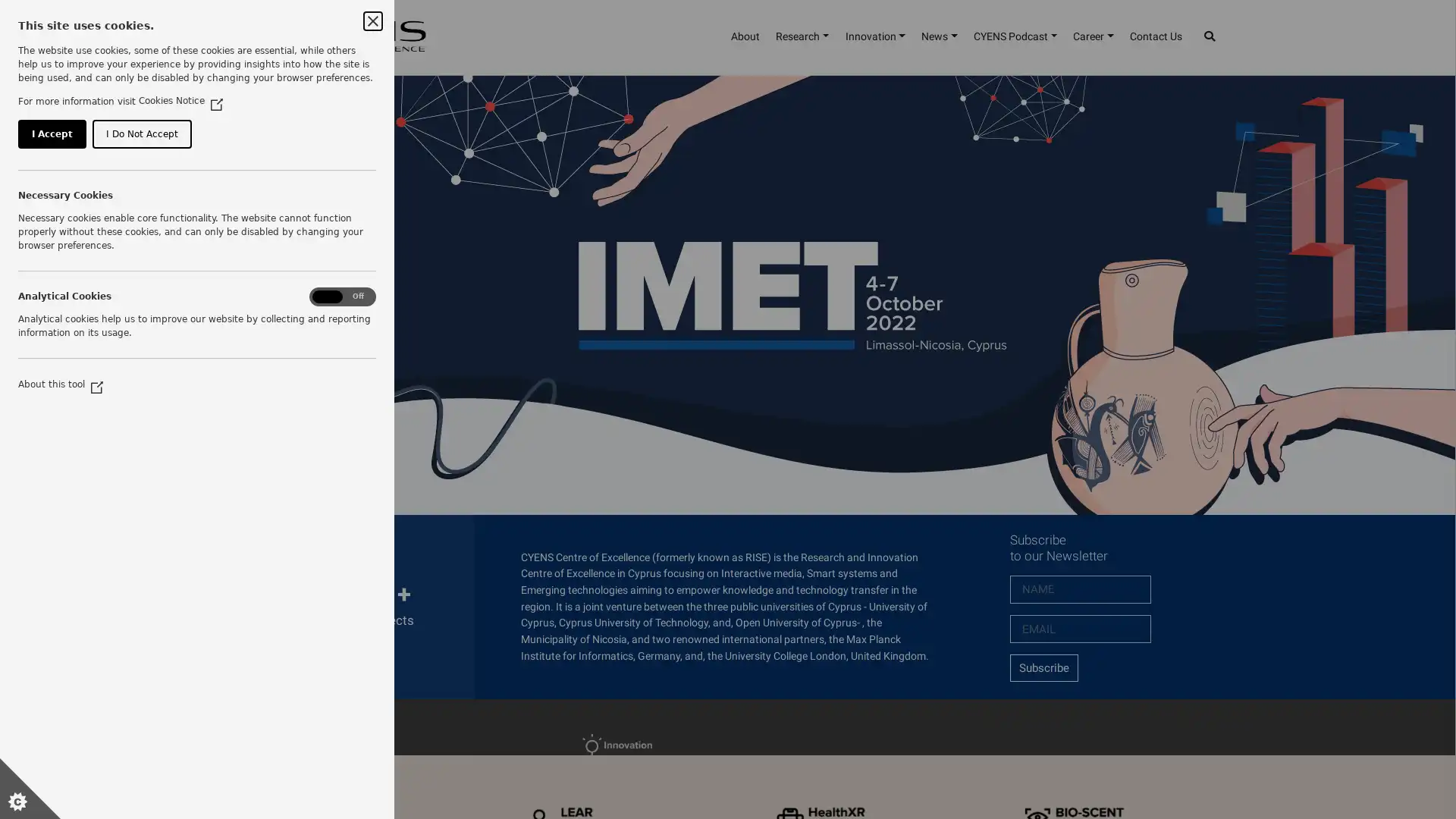 The image size is (1456, 819). I want to click on I Accept, so click(58, 205).